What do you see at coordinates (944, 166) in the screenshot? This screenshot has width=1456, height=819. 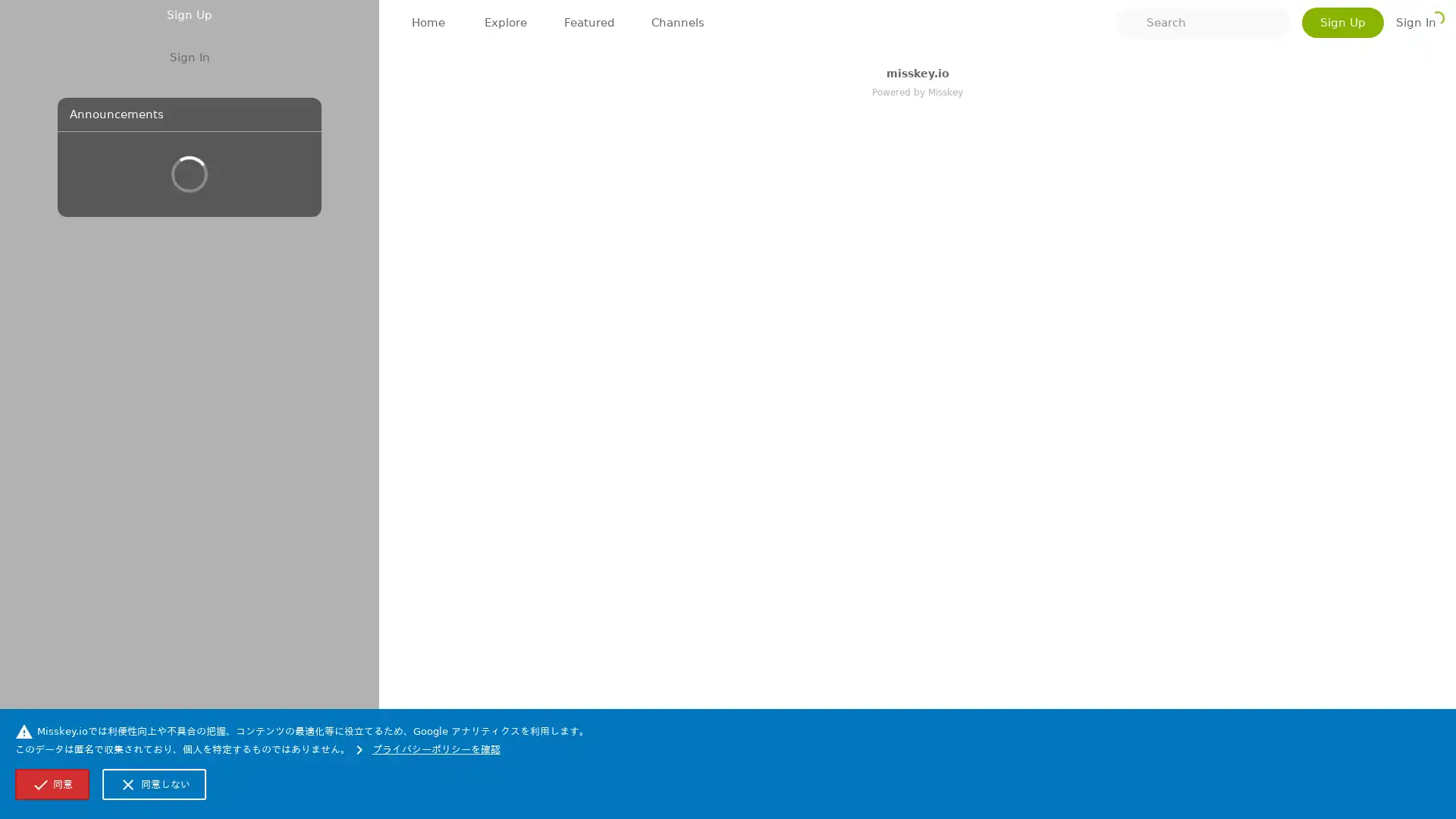 I see `Show more` at bounding box center [944, 166].